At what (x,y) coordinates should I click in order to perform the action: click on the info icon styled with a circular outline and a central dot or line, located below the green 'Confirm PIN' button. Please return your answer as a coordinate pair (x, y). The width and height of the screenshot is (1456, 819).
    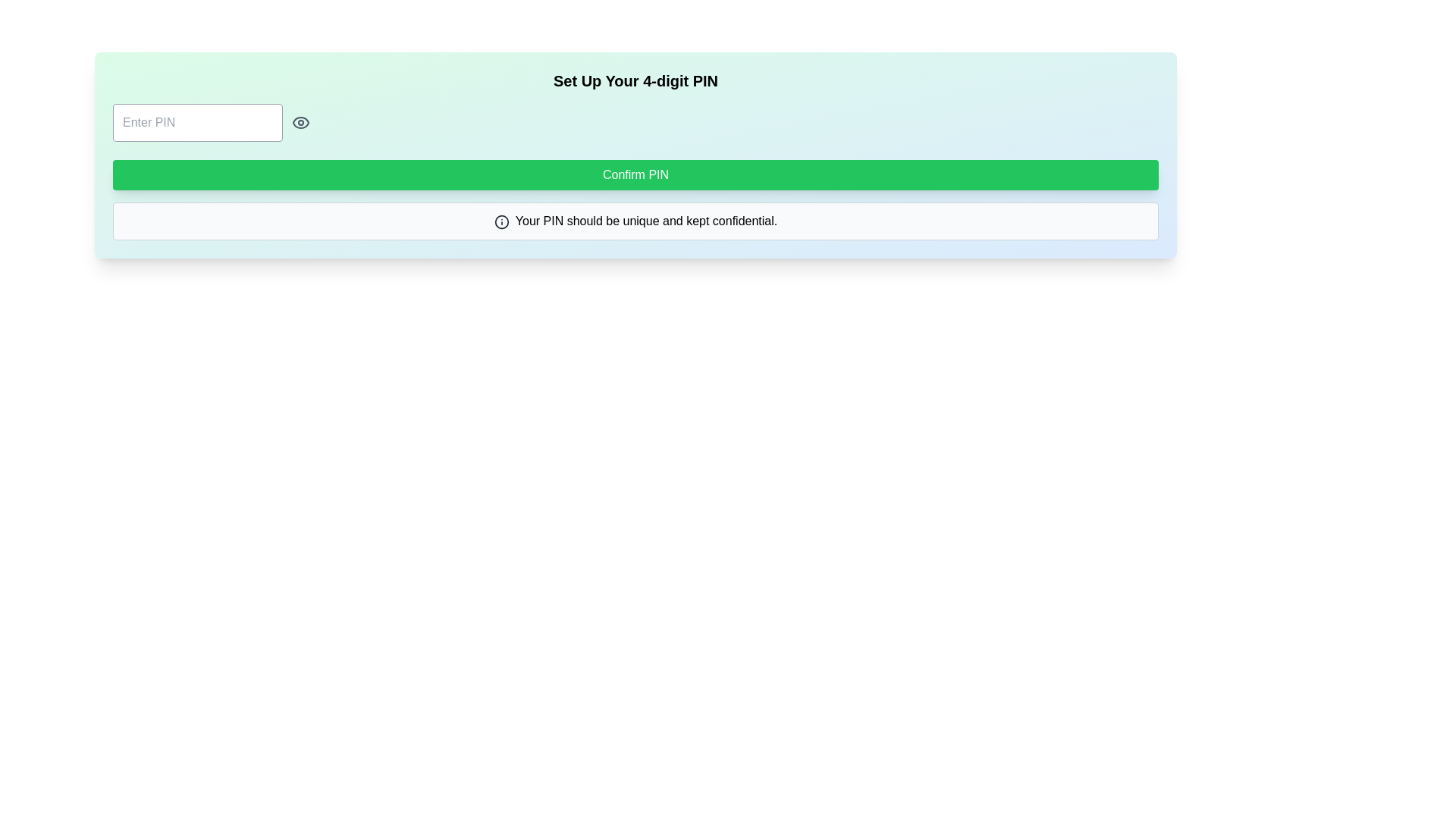
    Looking at the image, I should click on (501, 221).